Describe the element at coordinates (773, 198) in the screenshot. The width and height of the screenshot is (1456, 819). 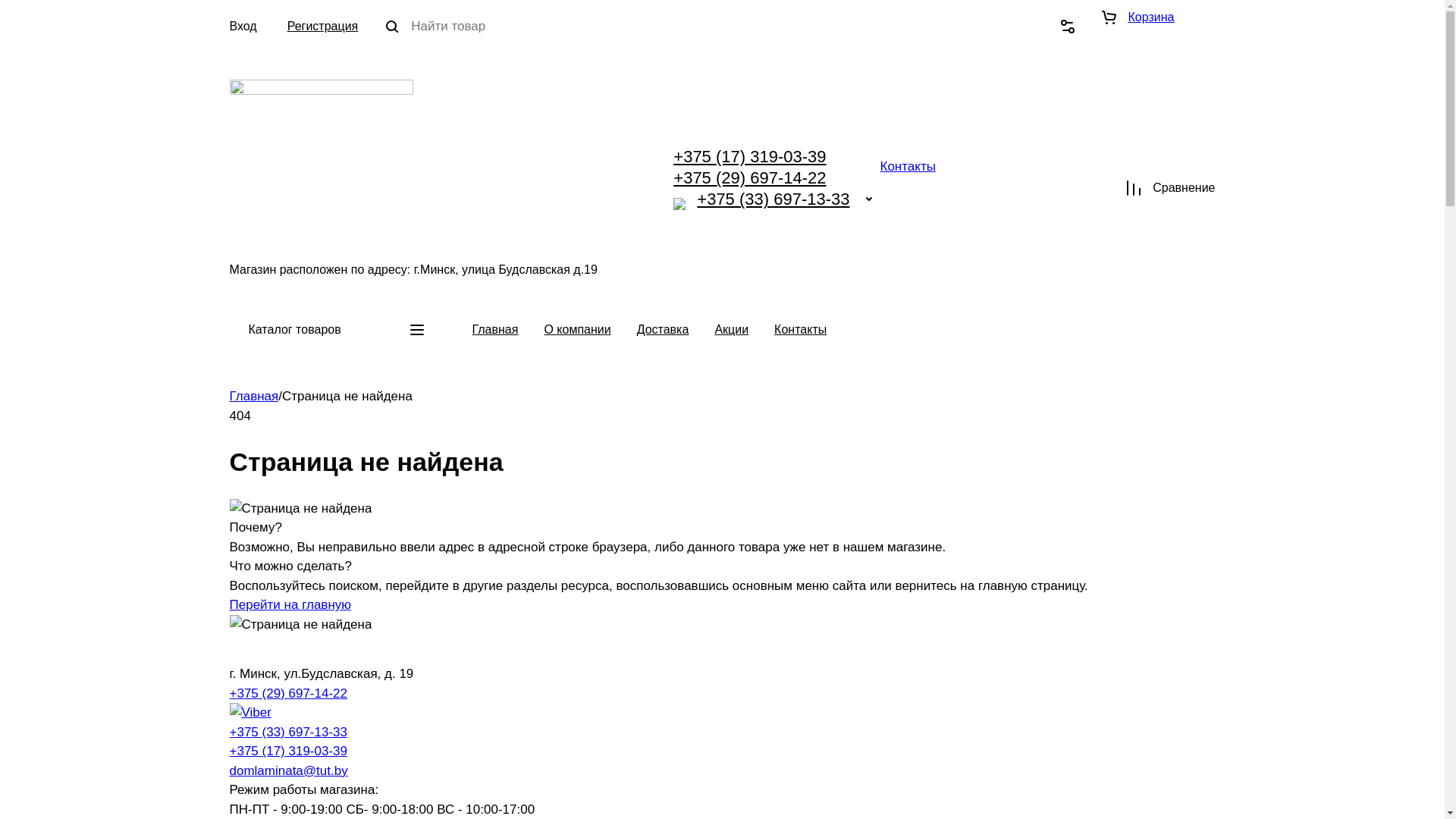
I see `'+375 (33) 697-13-33'` at that location.